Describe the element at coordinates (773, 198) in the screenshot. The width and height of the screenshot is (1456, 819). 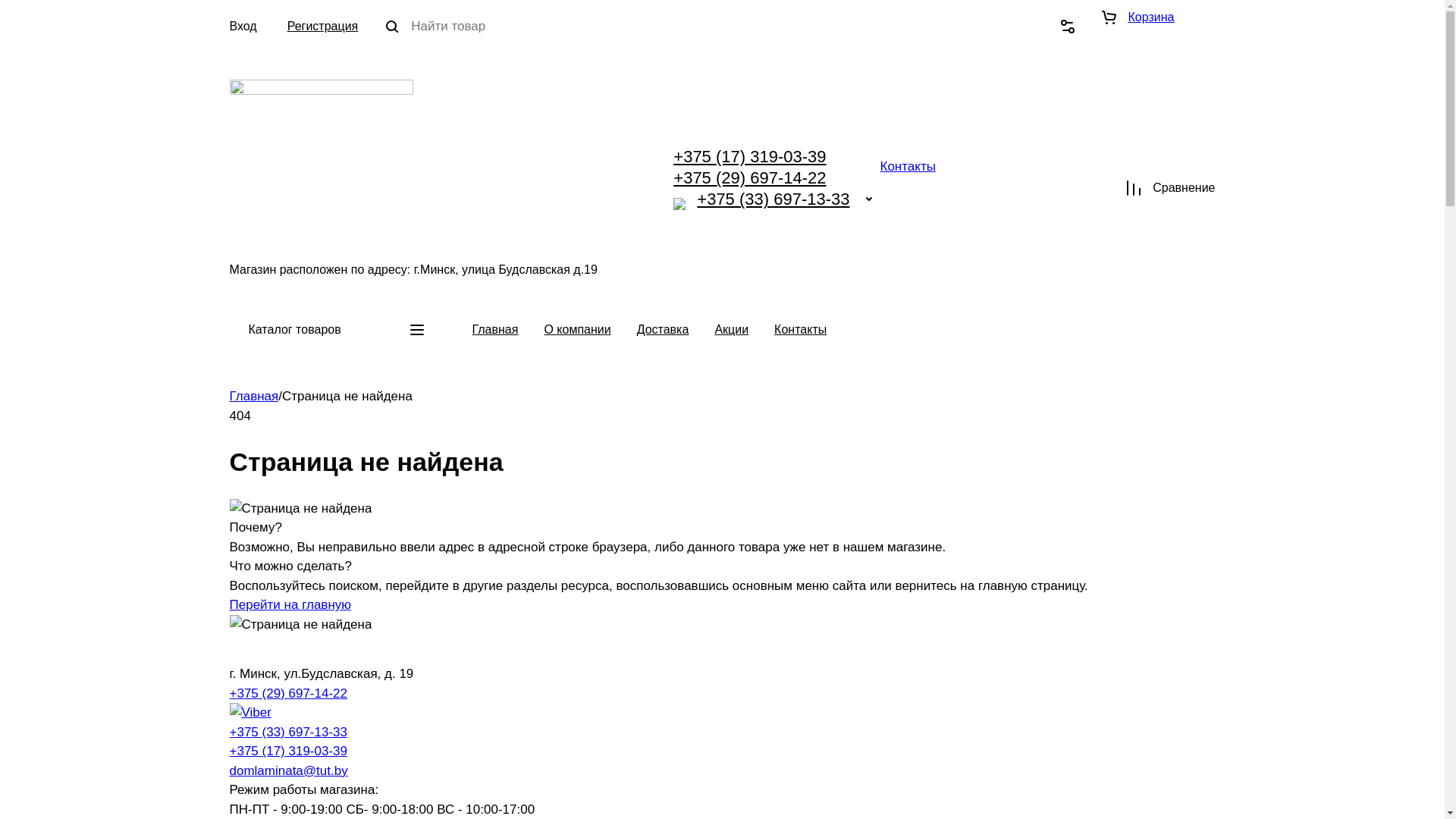
I see `'+375 (33) 697-13-33'` at that location.